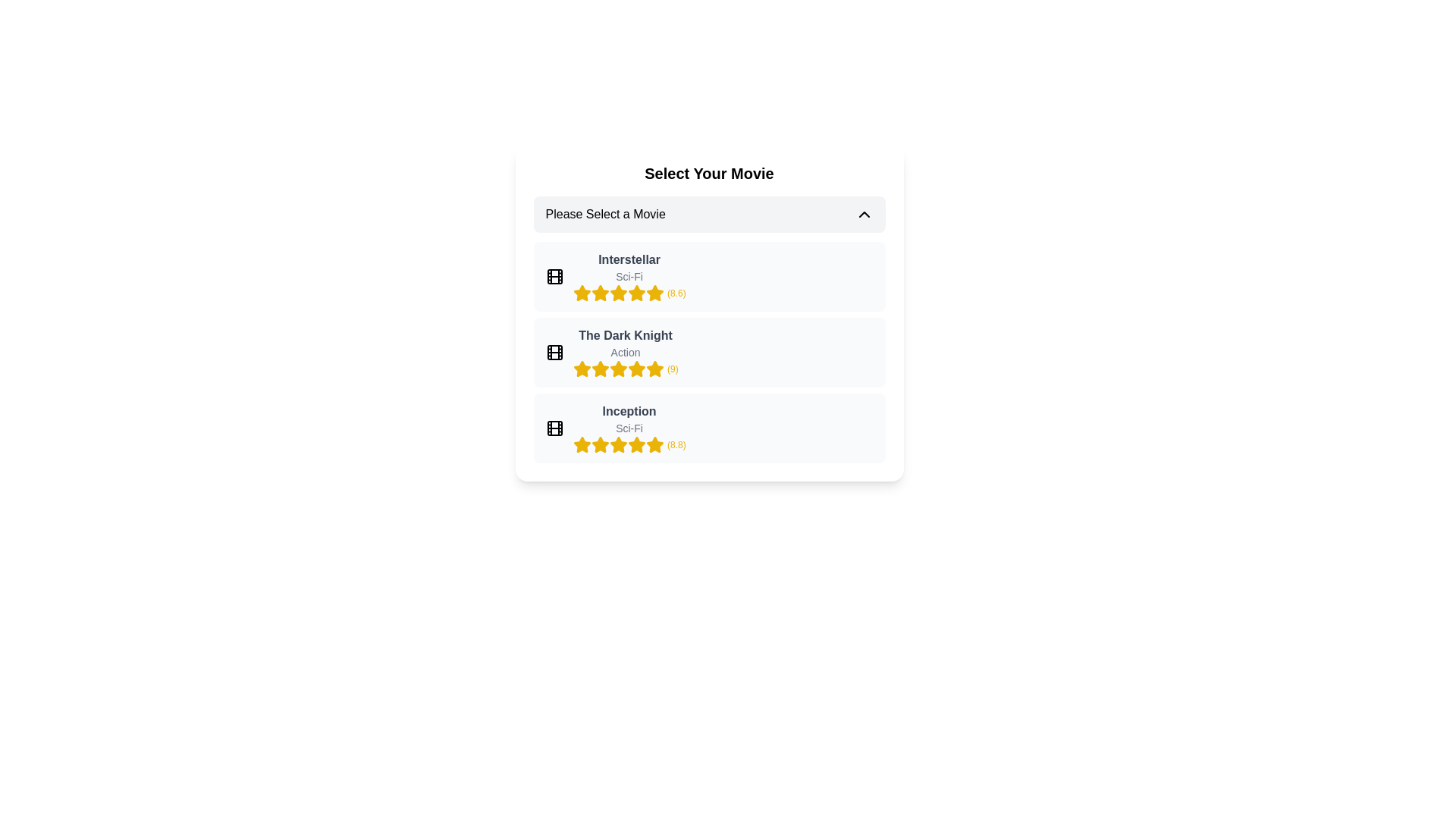  I want to click on the third star icon in the rating section for the movie 'The Dark Knight', so click(654, 369).